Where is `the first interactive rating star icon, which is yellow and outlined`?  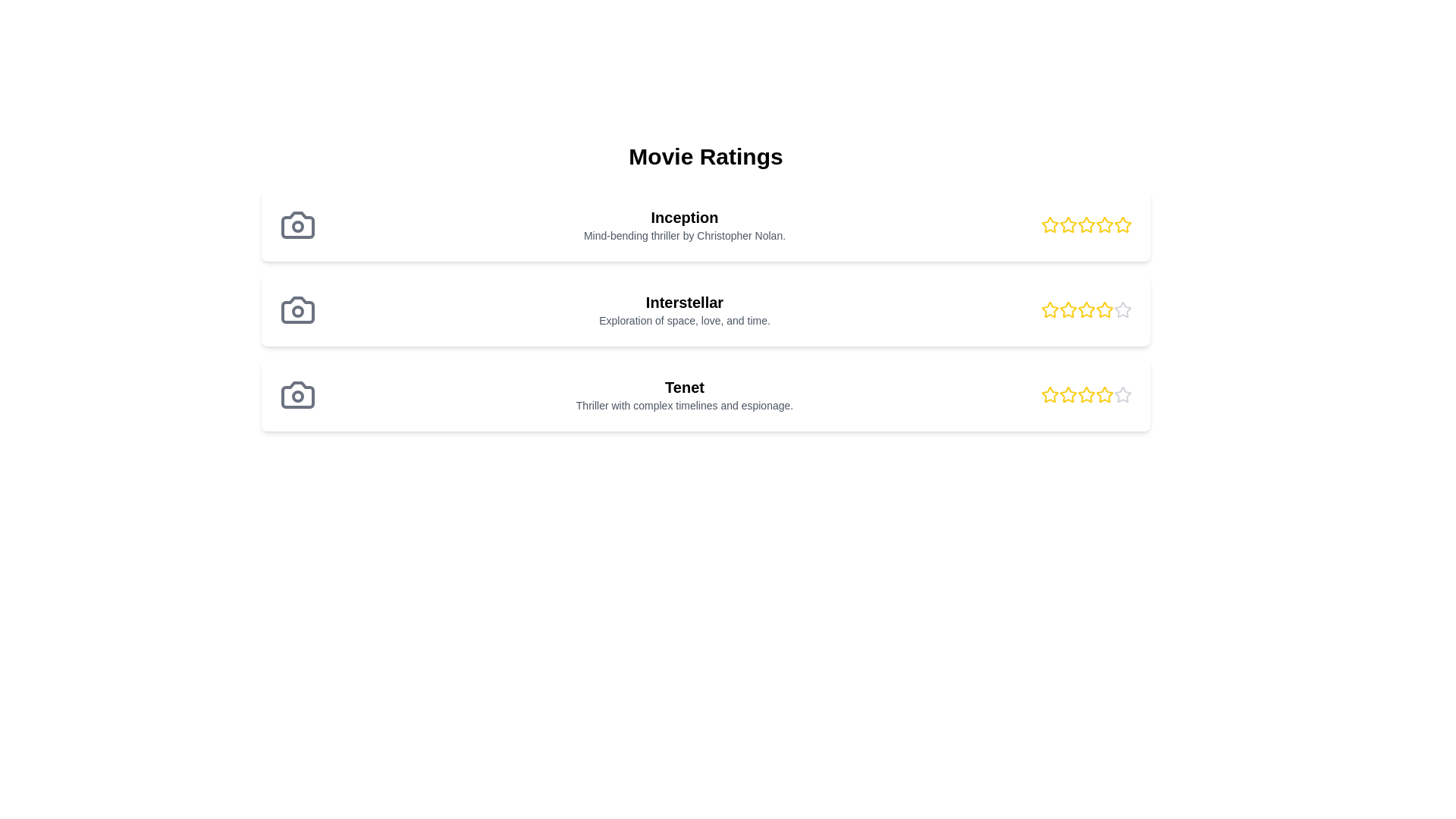
the first interactive rating star icon, which is yellow and outlined is located at coordinates (1048, 224).